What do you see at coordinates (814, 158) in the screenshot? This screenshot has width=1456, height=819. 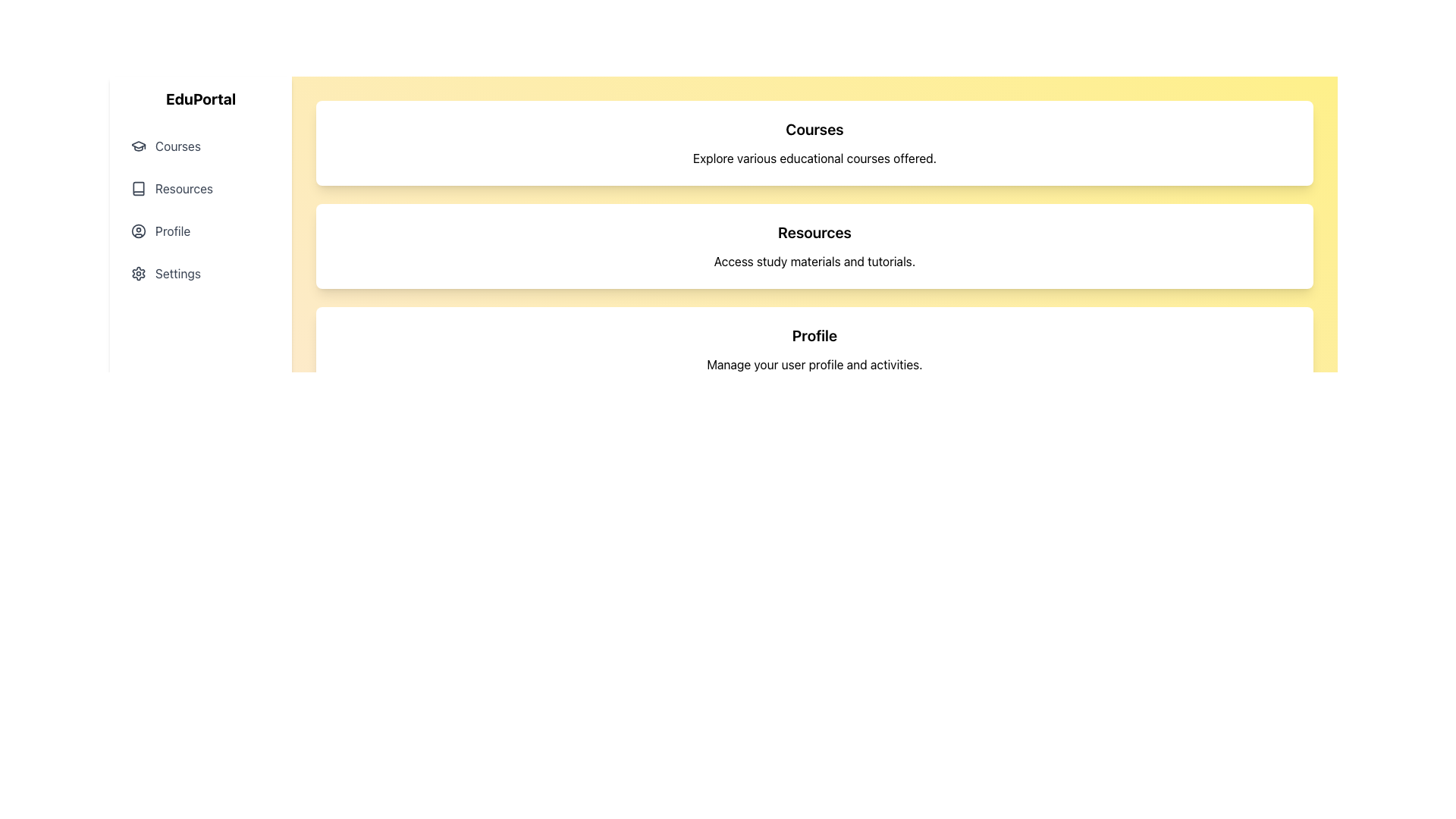 I see `the text element that reads 'Explore various educational courses offered.' which is located beneath the 'Courses' title` at bounding box center [814, 158].